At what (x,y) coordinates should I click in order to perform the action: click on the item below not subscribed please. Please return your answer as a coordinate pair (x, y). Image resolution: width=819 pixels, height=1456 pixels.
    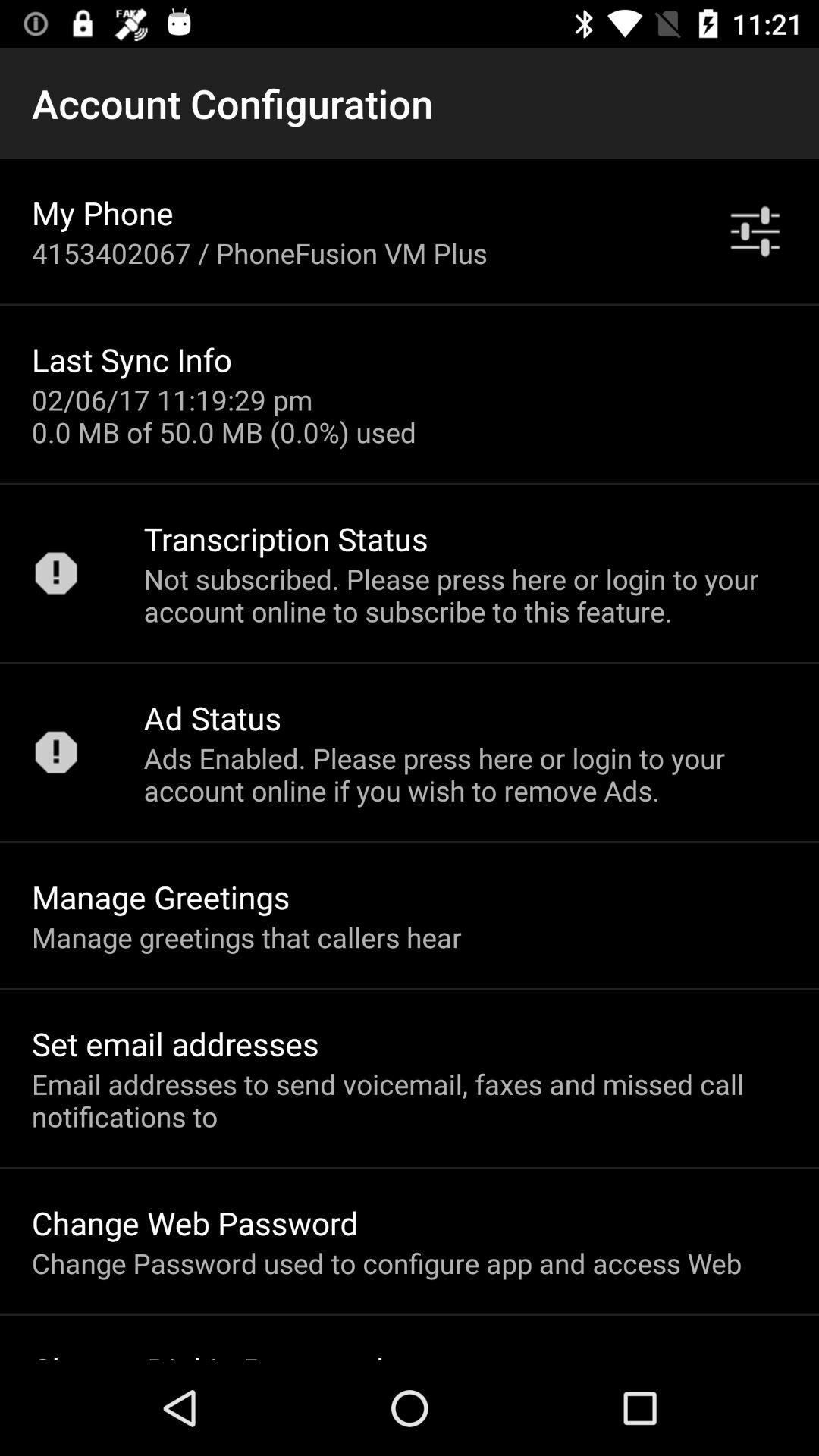
    Looking at the image, I should click on (212, 717).